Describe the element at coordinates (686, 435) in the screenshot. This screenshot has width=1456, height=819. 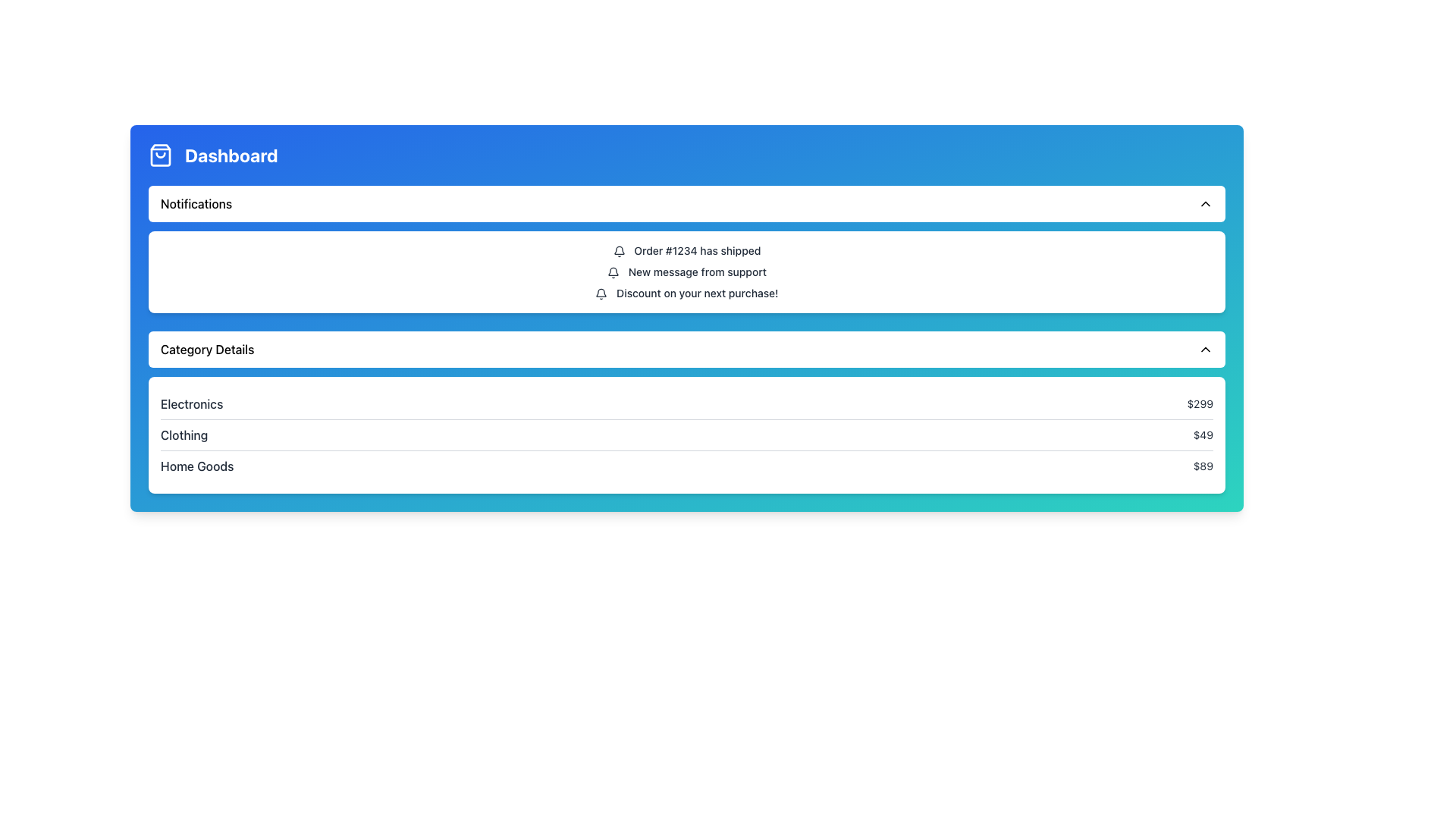
I see `text pair displaying the category 'Clothing' and its associated price '$49' located in the middle row of the 'Category Details' section` at that location.